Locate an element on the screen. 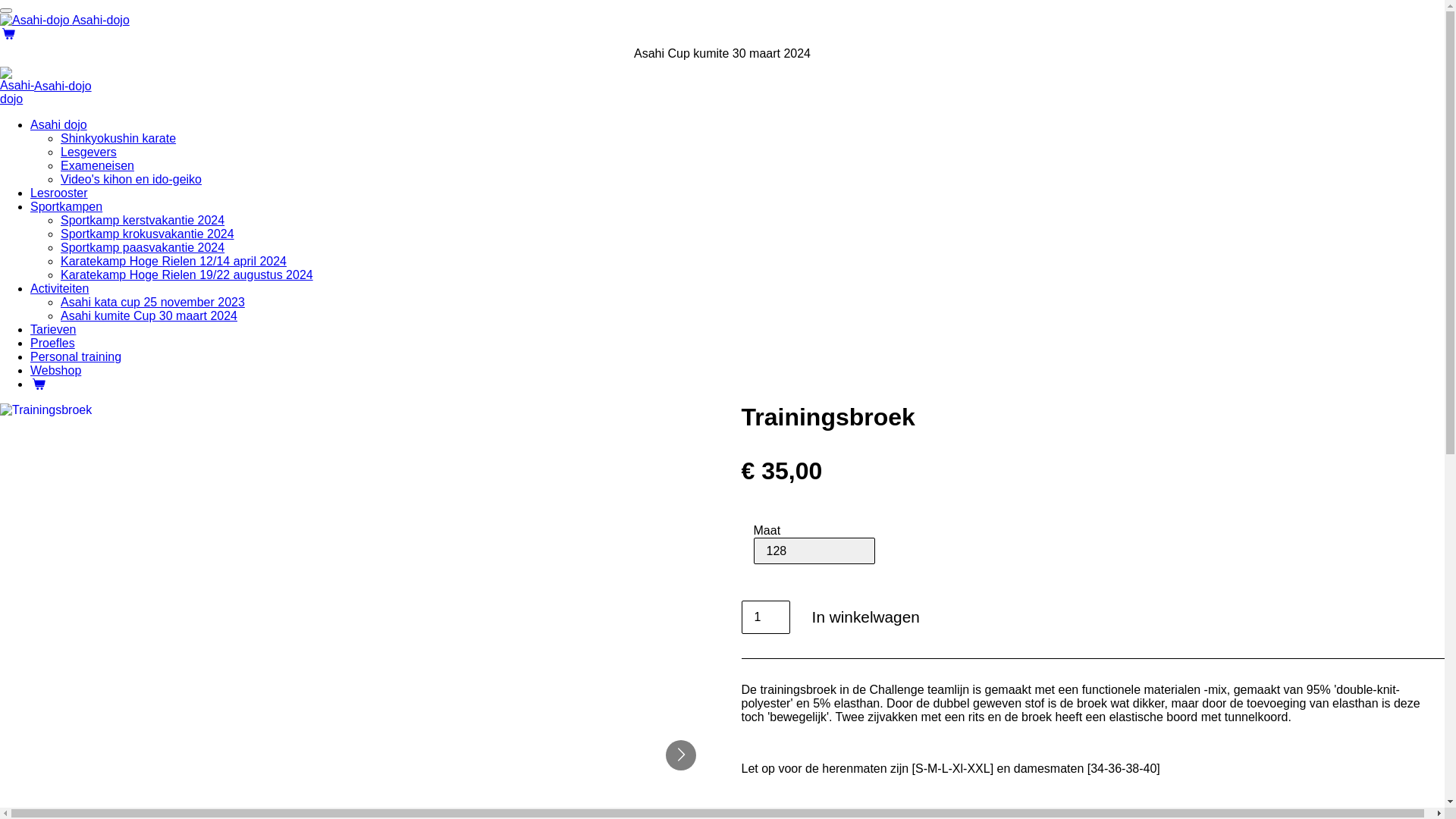 The width and height of the screenshot is (1456, 819). 'Karatekamp Hoge Rielen 19/22 augustus 2024' is located at coordinates (186, 275).